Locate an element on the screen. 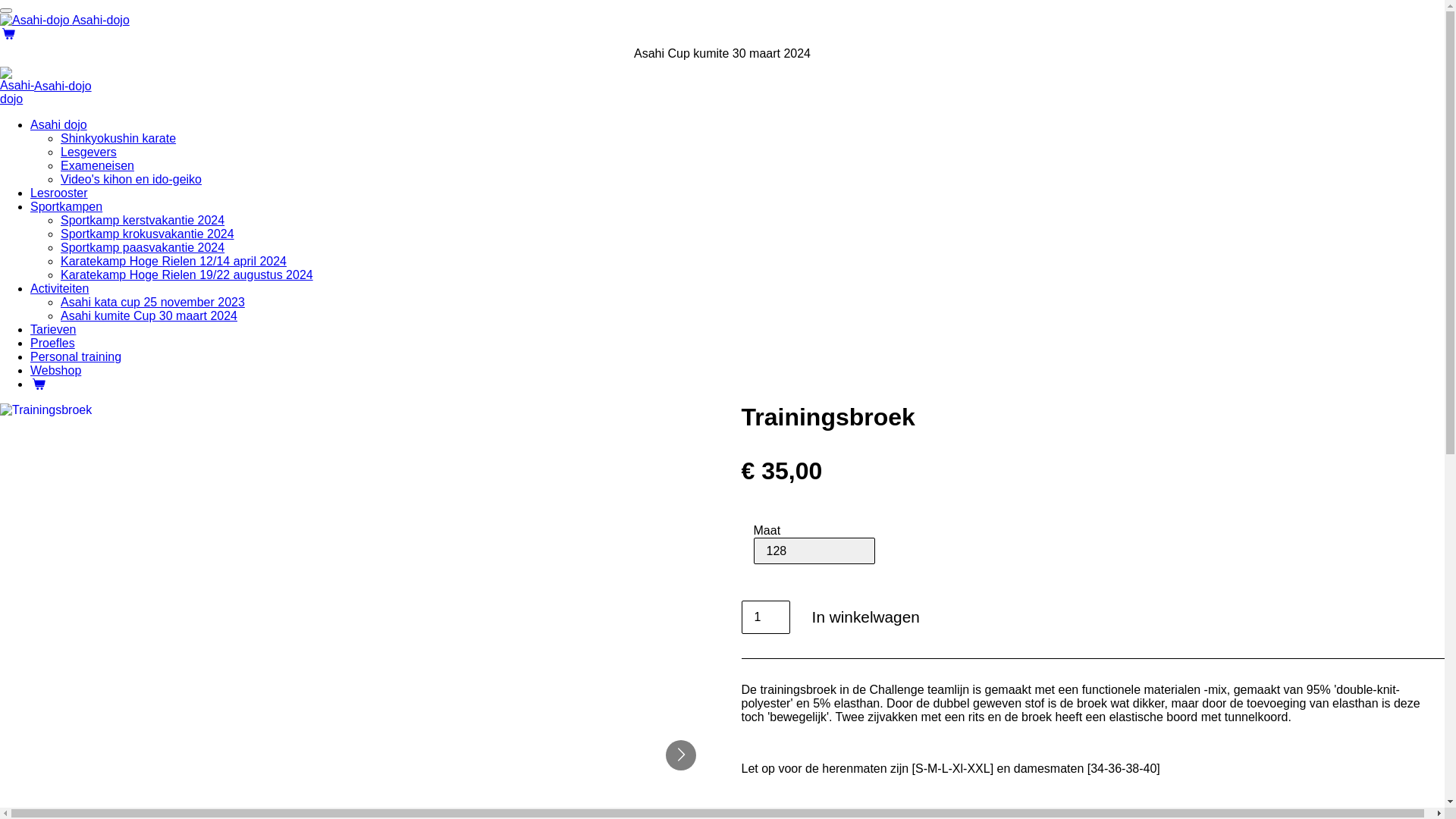 The width and height of the screenshot is (1456, 819). 'Karatekamp Hoge Rielen 19/22 augustus 2024' is located at coordinates (186, 275).